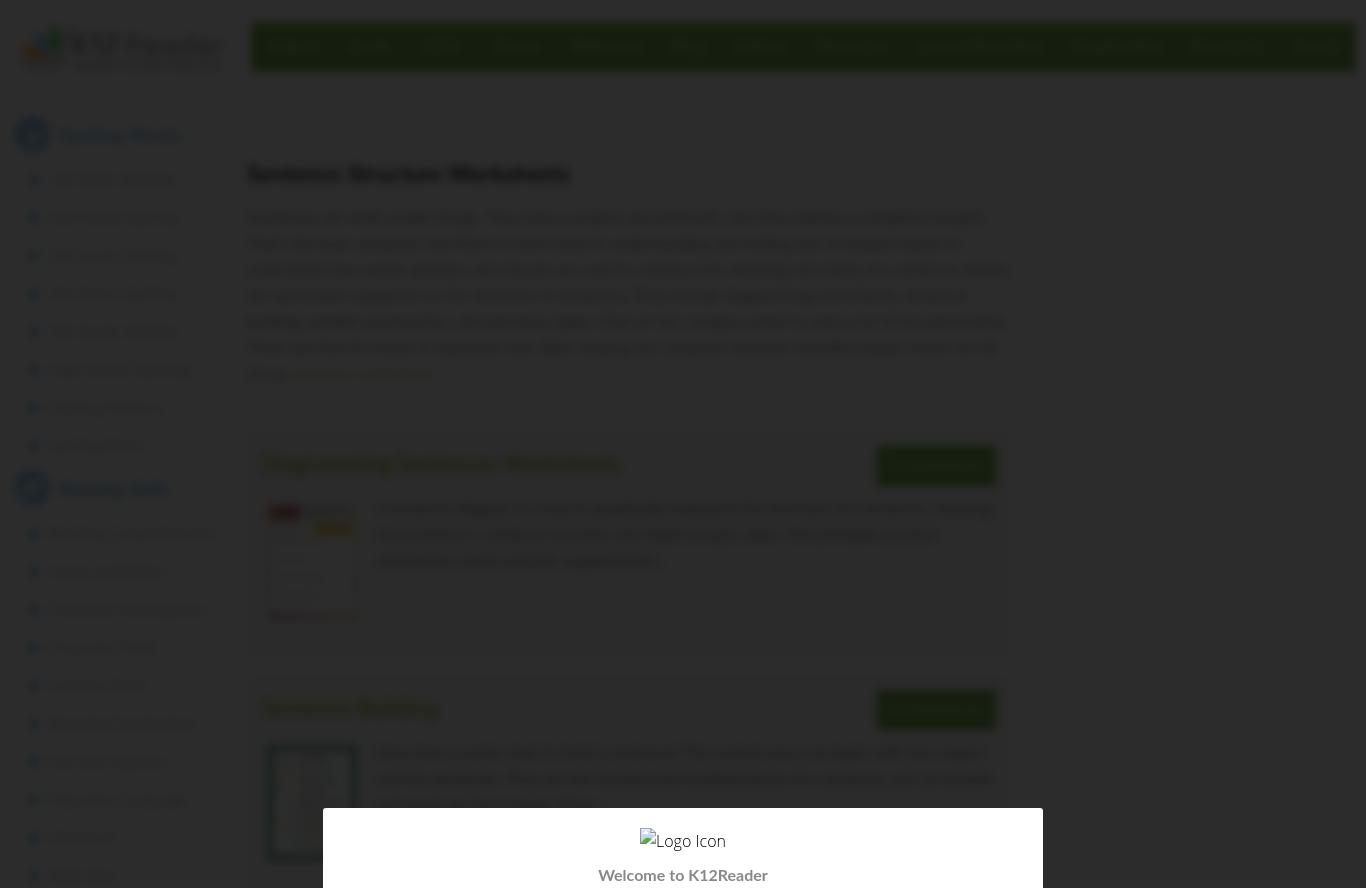  What do you see at coordinates (114, 490) in the screenshot?
I see `'Reading Skills'` at bounding box center [114, 490].